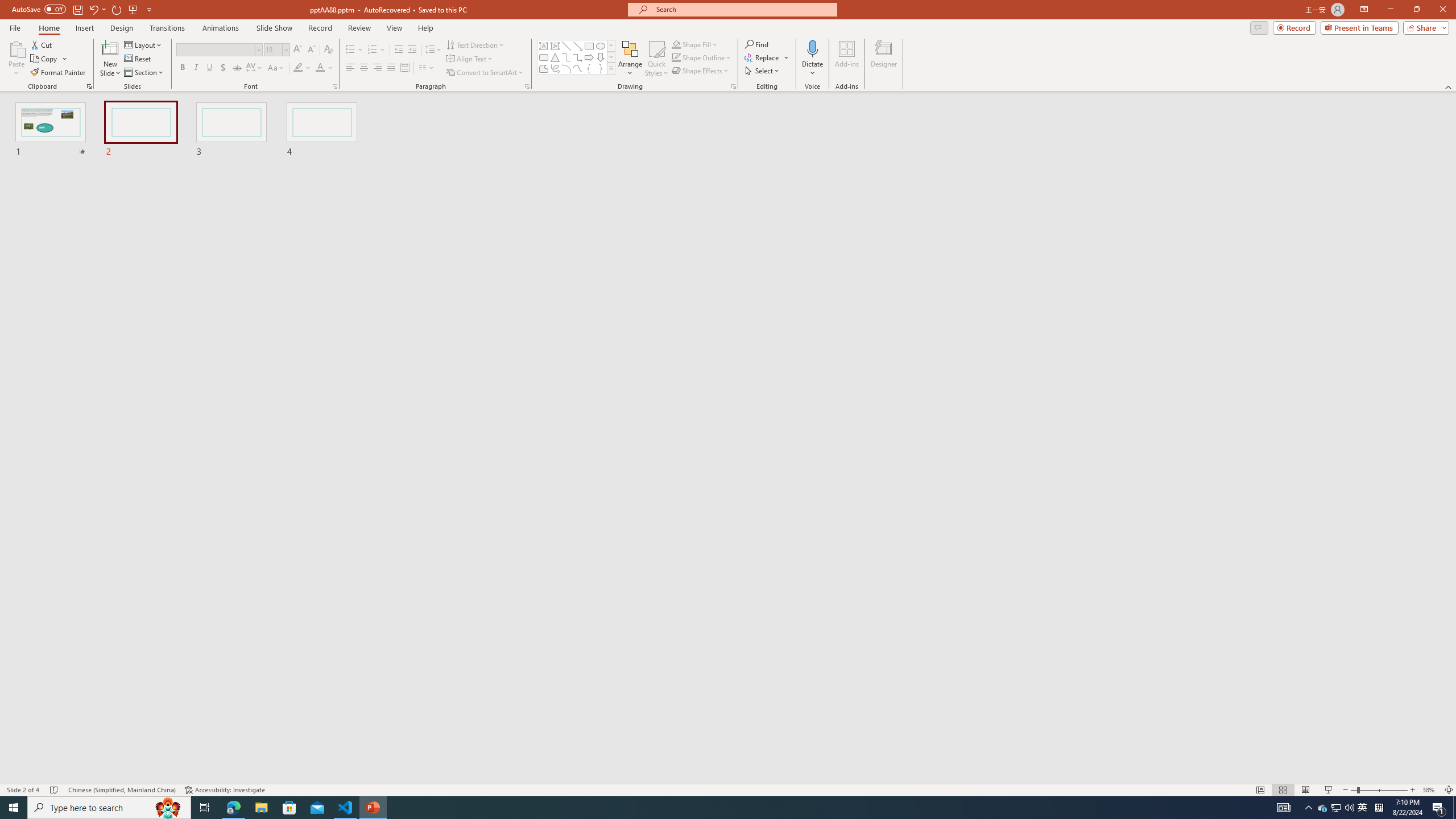 This screenshot has height=819, width=1456. I want to click on 'Shape Outline Teal, Accent 1', so click(676, 56).